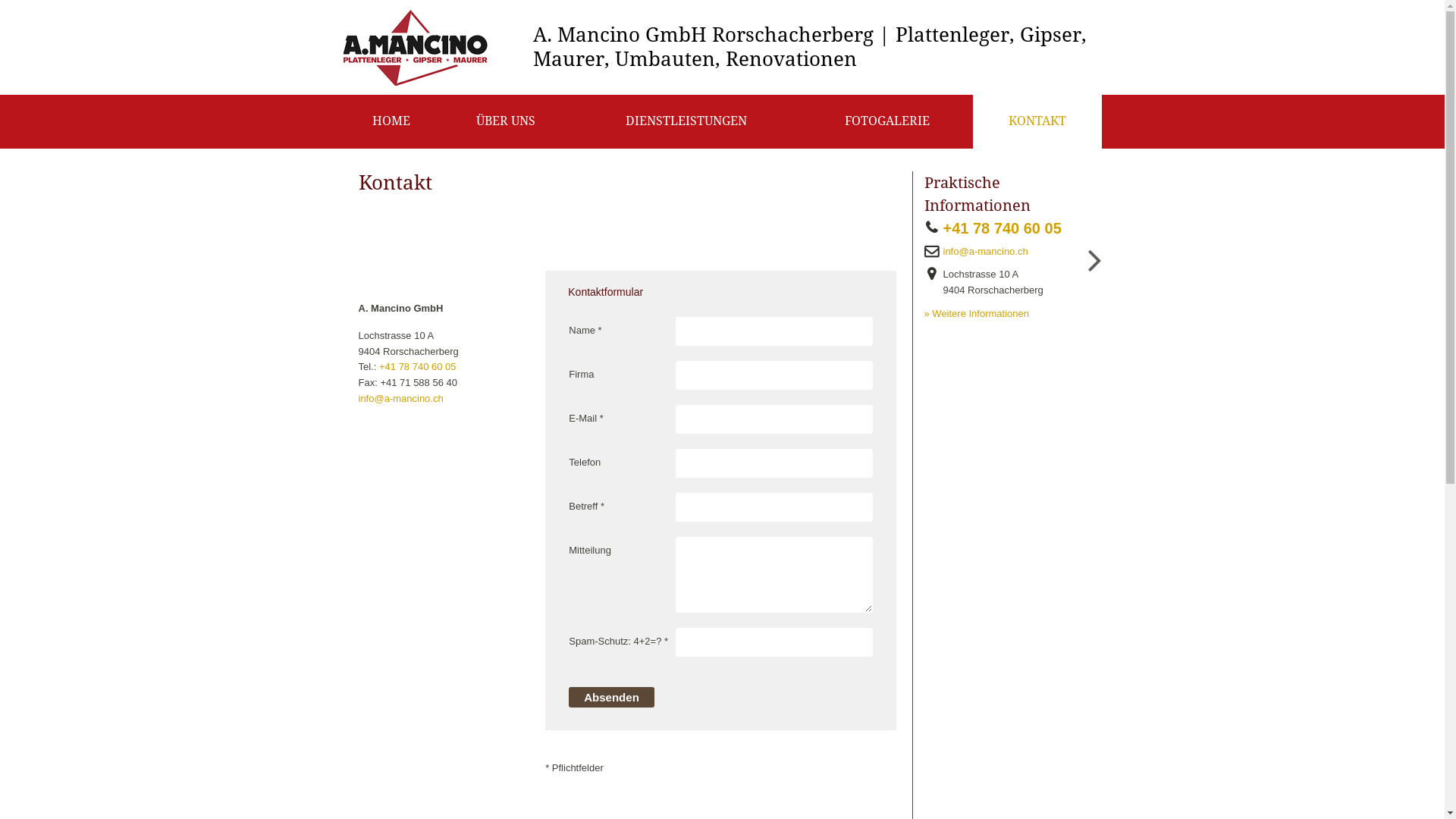 The width and height of the screenshot is (1456, 819). Describe the element at coordinates (391, 121) in the screenshot. I see `'HOME'` at that location.